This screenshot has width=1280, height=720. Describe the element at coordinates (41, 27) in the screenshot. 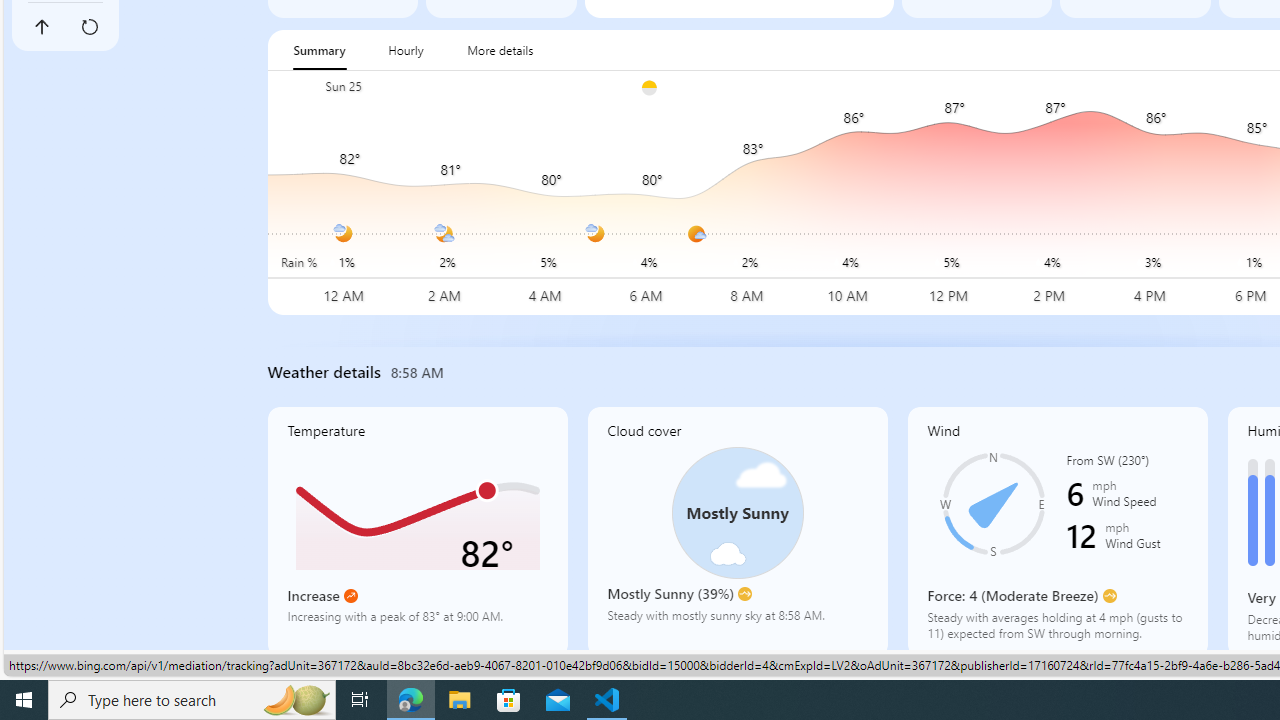

I see `'Back to top'` at that location.